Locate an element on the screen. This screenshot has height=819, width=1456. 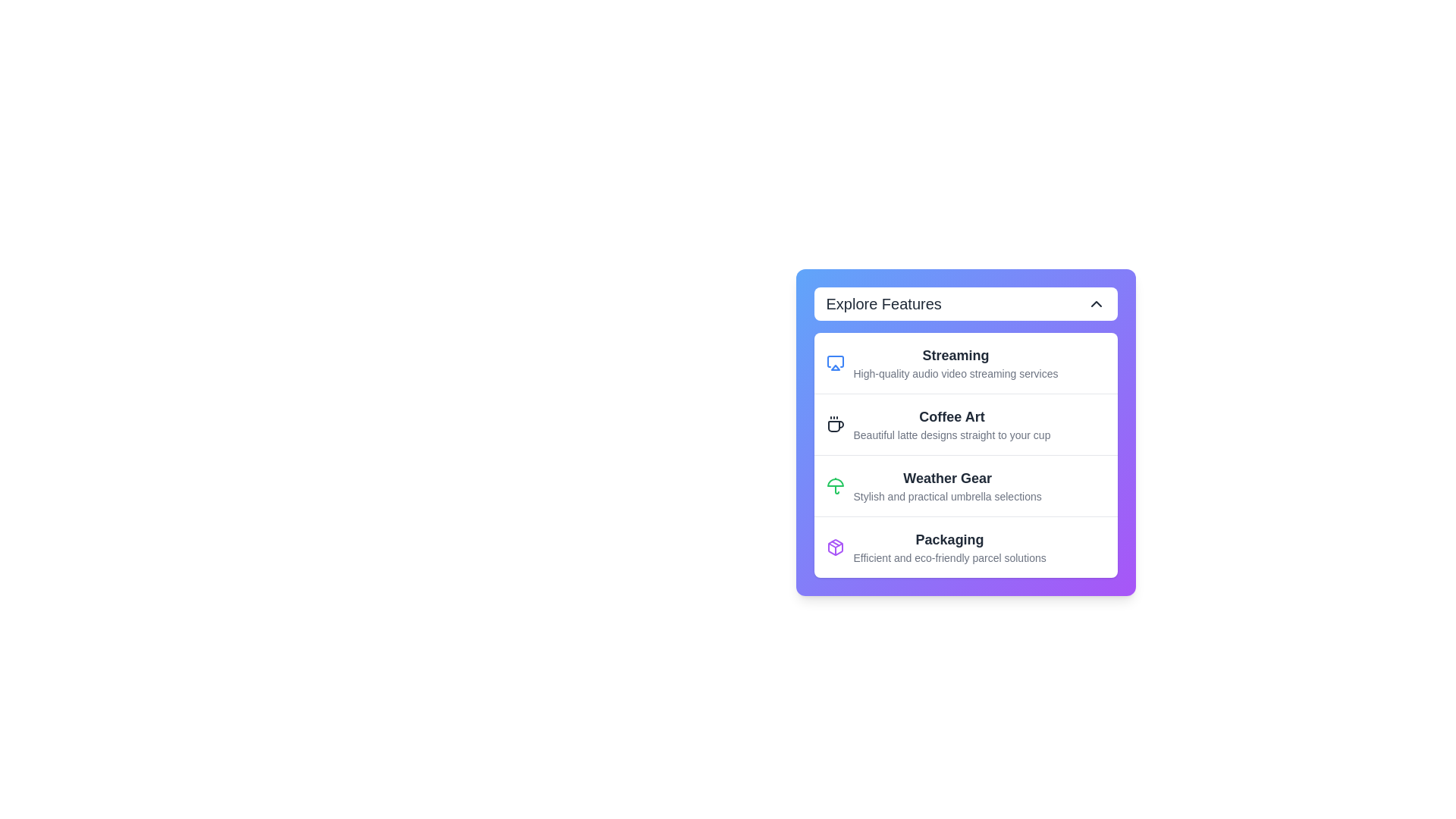
text element that is styled in a smaller gray font, located directly below the 'Streaming' heading, which reads: 'High-quality audio video streaming services' is located at coordinates (955, 374).